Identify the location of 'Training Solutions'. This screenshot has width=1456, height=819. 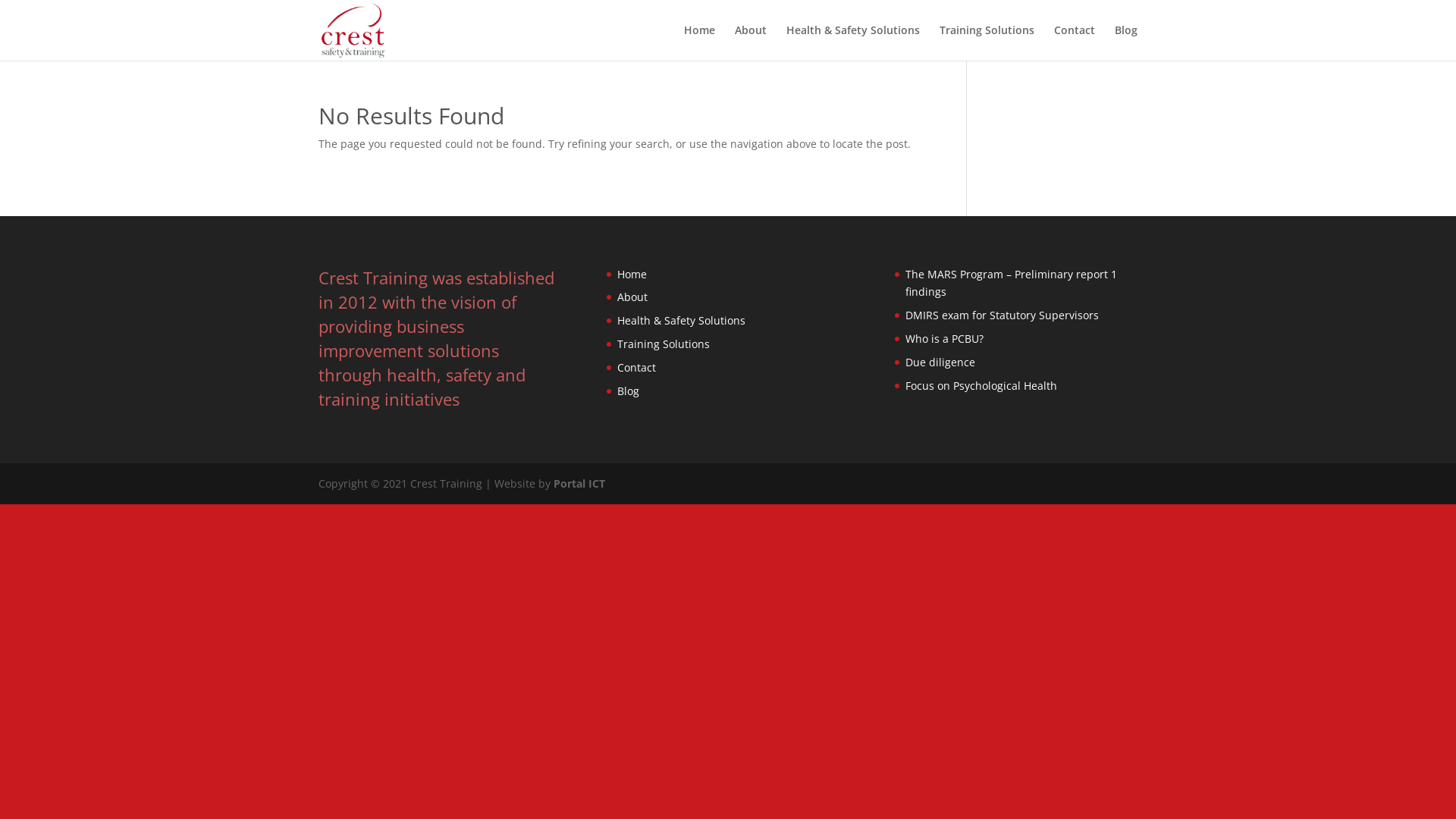
(617, 344).